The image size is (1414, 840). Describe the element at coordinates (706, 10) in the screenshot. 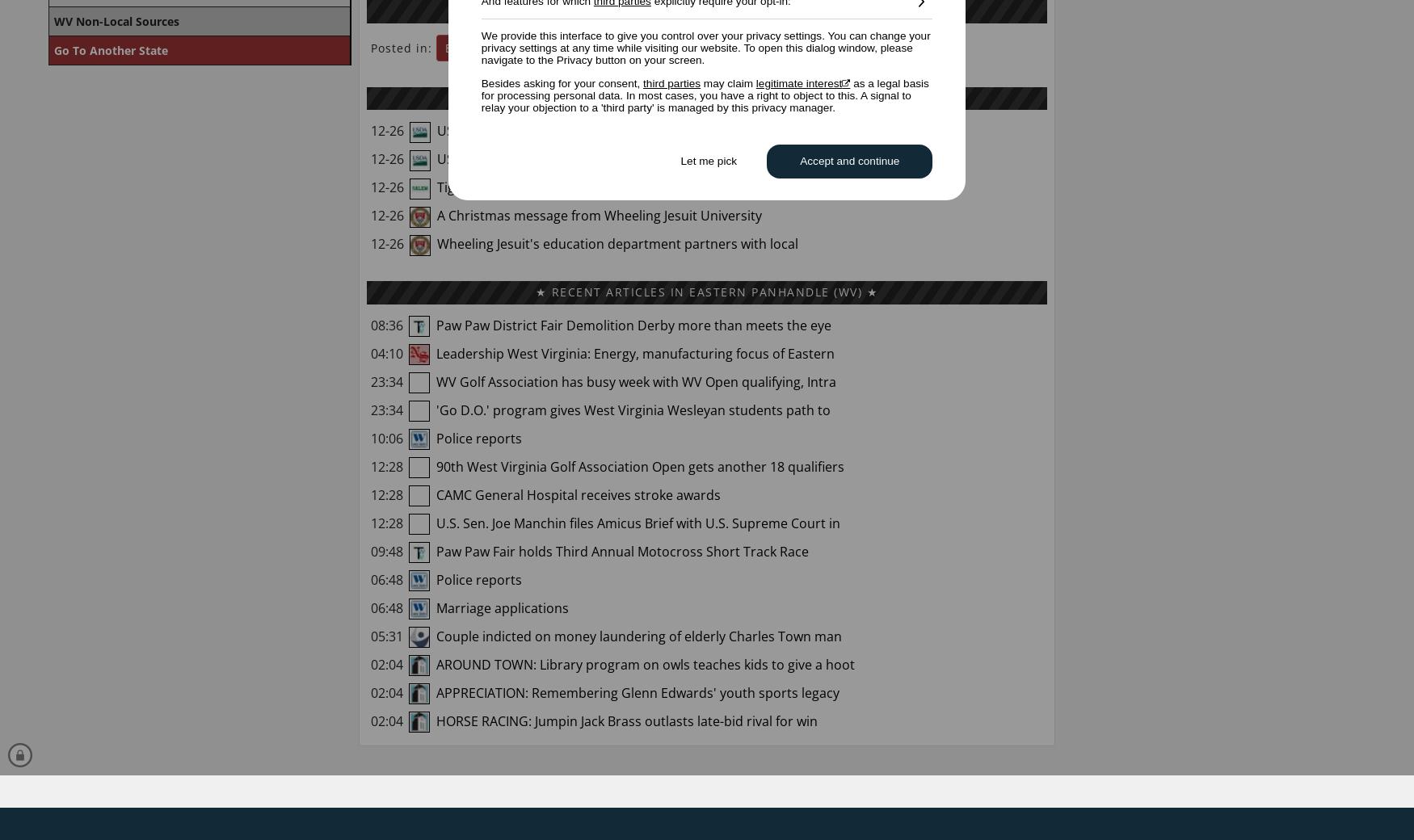

I see `'★ FURTHER REFERENCES ★'` at that location.